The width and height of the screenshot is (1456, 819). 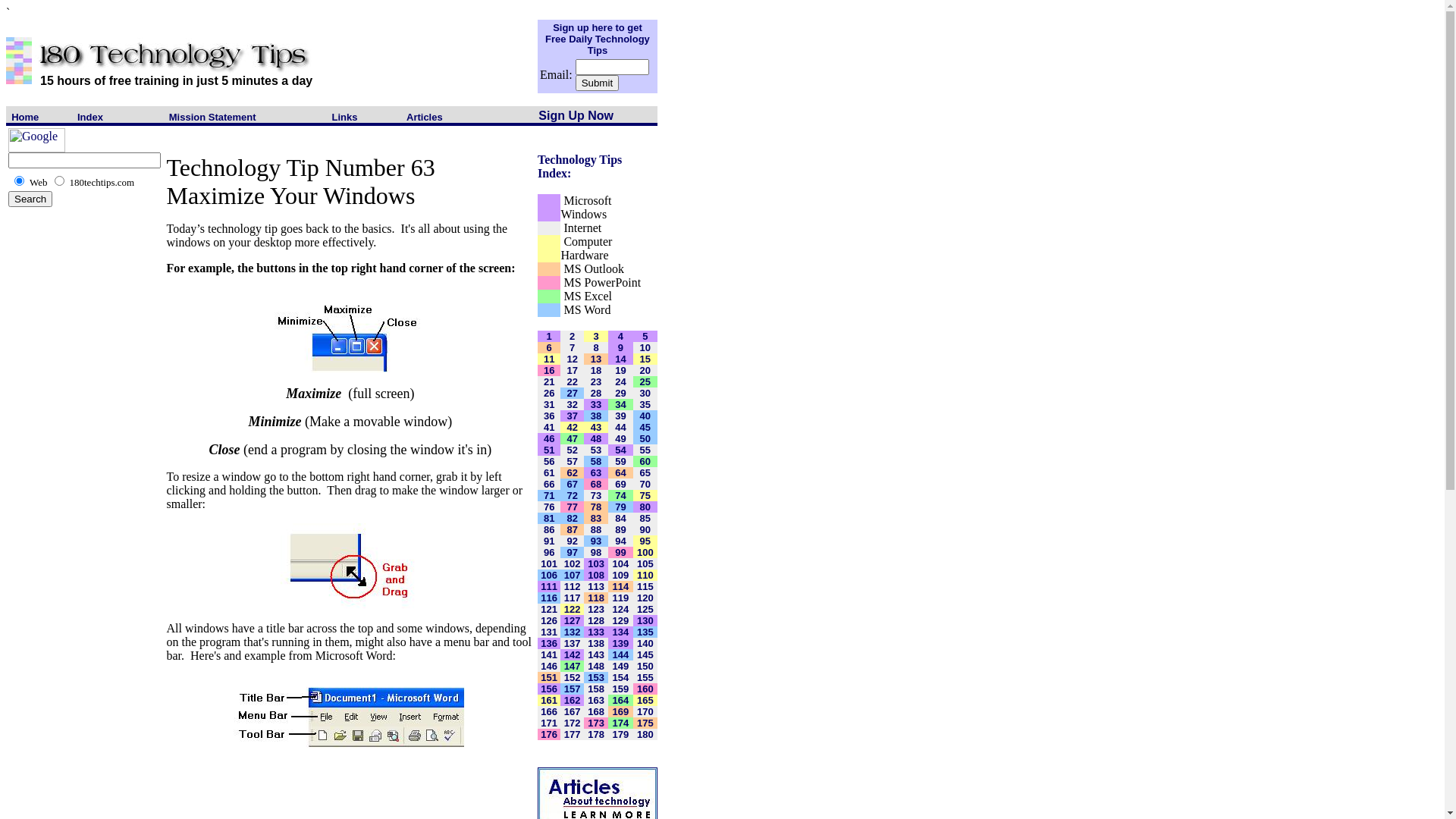 I want to click on '21', so click(x=548, y=381).